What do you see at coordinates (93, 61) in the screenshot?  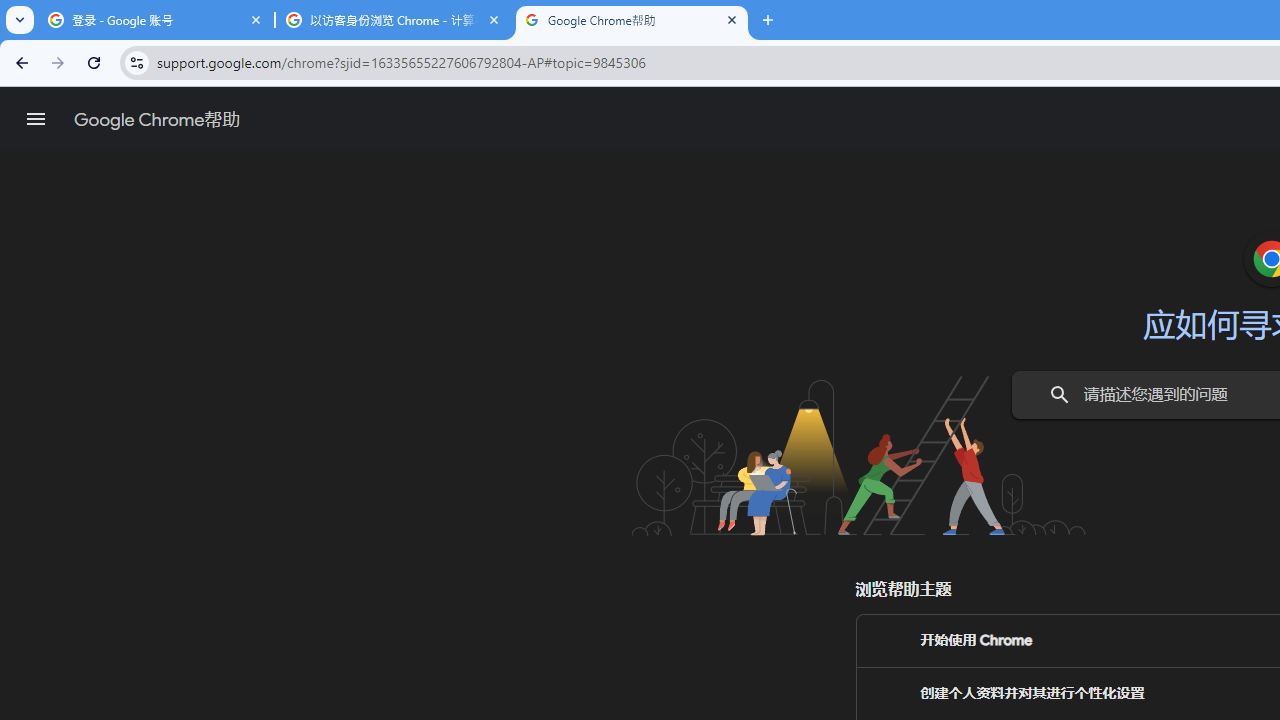 I see `'Reload'` at bounding box center [93, 61].